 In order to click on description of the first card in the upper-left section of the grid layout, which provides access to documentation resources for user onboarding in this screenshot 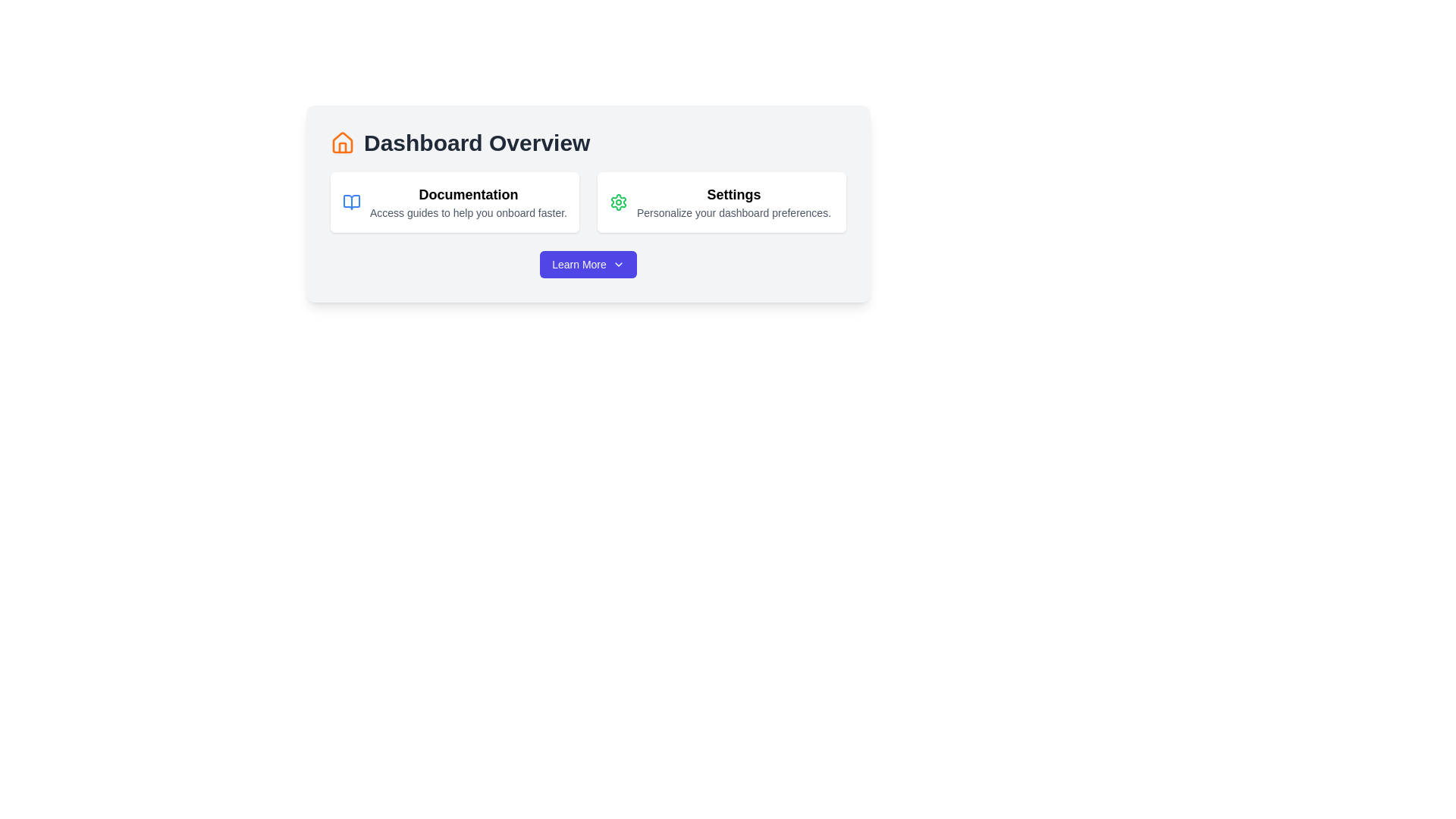, I will do `click(454, 201)`.